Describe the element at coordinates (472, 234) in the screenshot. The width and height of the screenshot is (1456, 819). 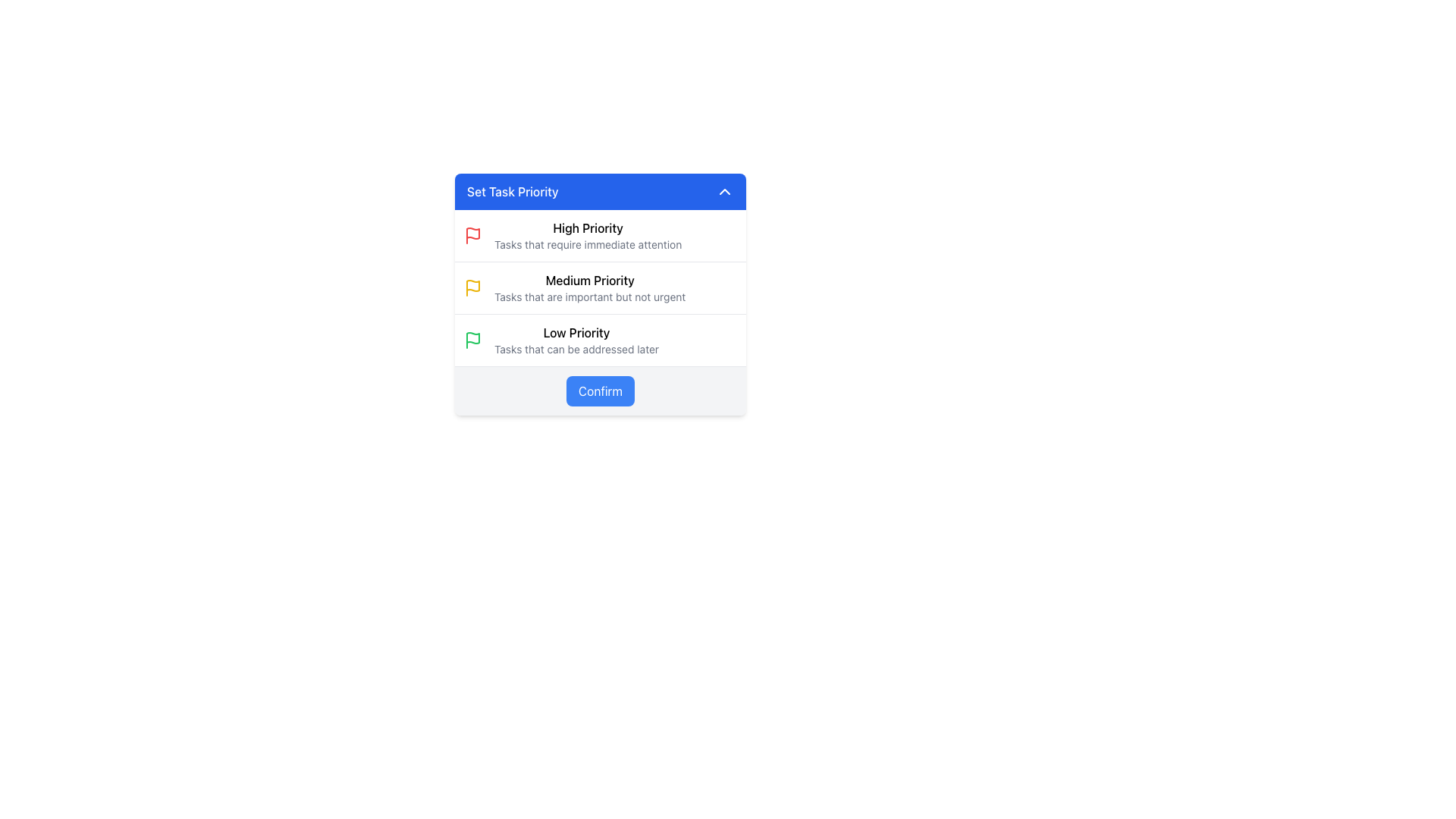
I see `the red flag-shaped icon located to the left of the 'High Priority' text label in the 'Set Task Priority' modal dialog` at that location.